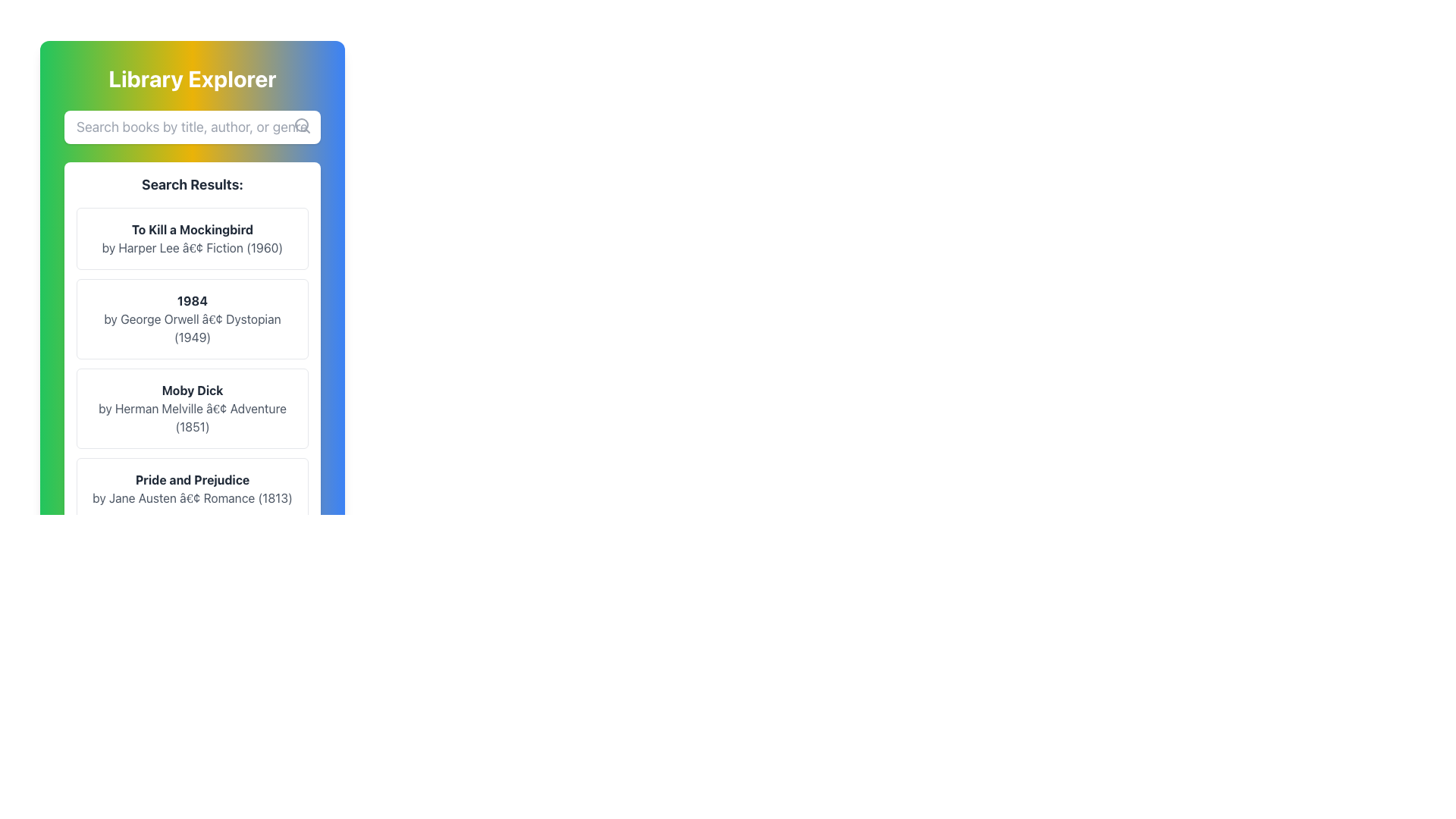 This screenshot has height=819, width=1456. I want to click on SVG Circle Element that represents the loop of the search icon, located at the top-right of the search bar area, so click(302, 124).